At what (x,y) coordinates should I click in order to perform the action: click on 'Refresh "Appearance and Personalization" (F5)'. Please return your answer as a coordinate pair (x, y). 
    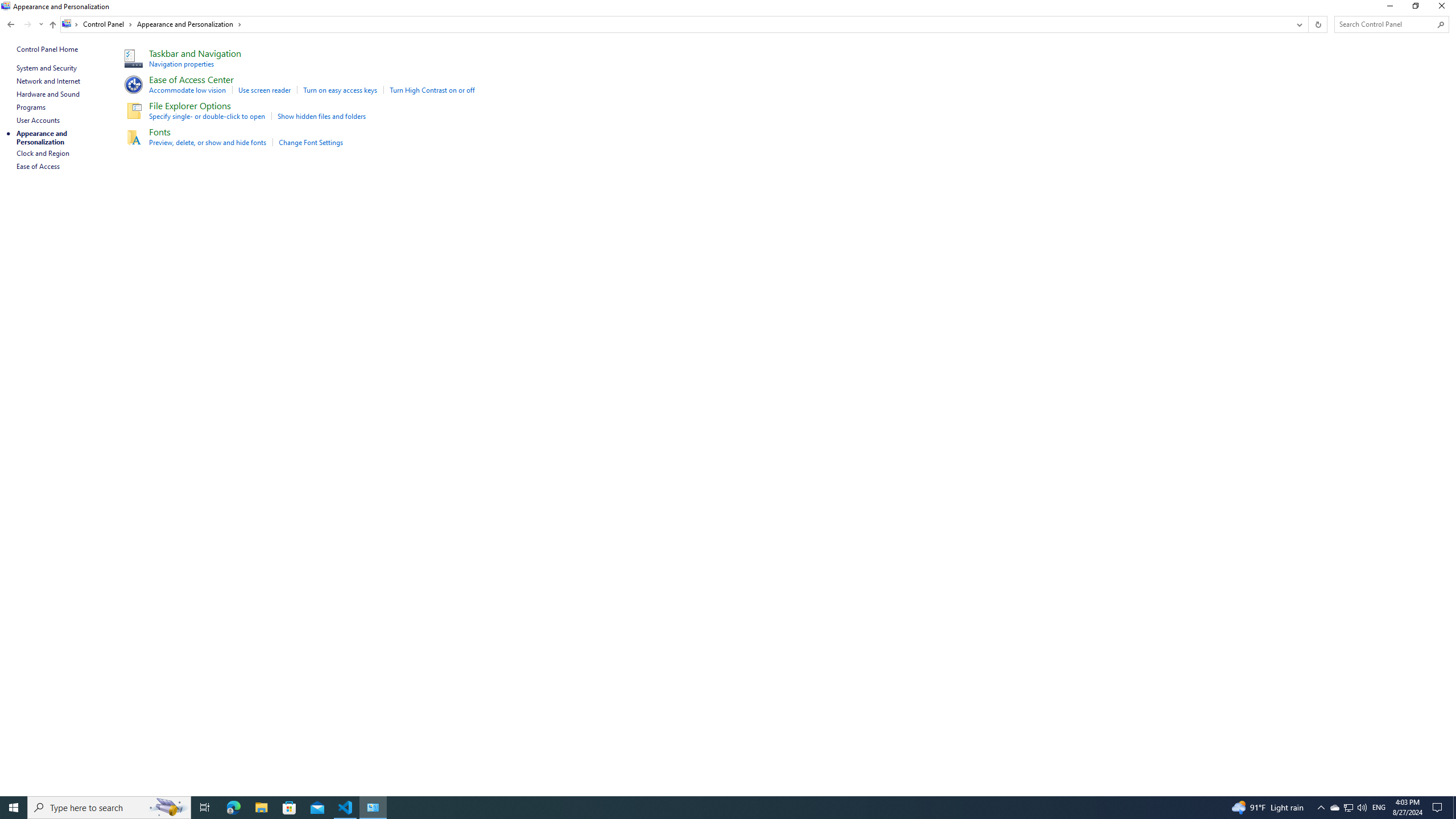
    Looking at the image, I should click on (1317, 24).